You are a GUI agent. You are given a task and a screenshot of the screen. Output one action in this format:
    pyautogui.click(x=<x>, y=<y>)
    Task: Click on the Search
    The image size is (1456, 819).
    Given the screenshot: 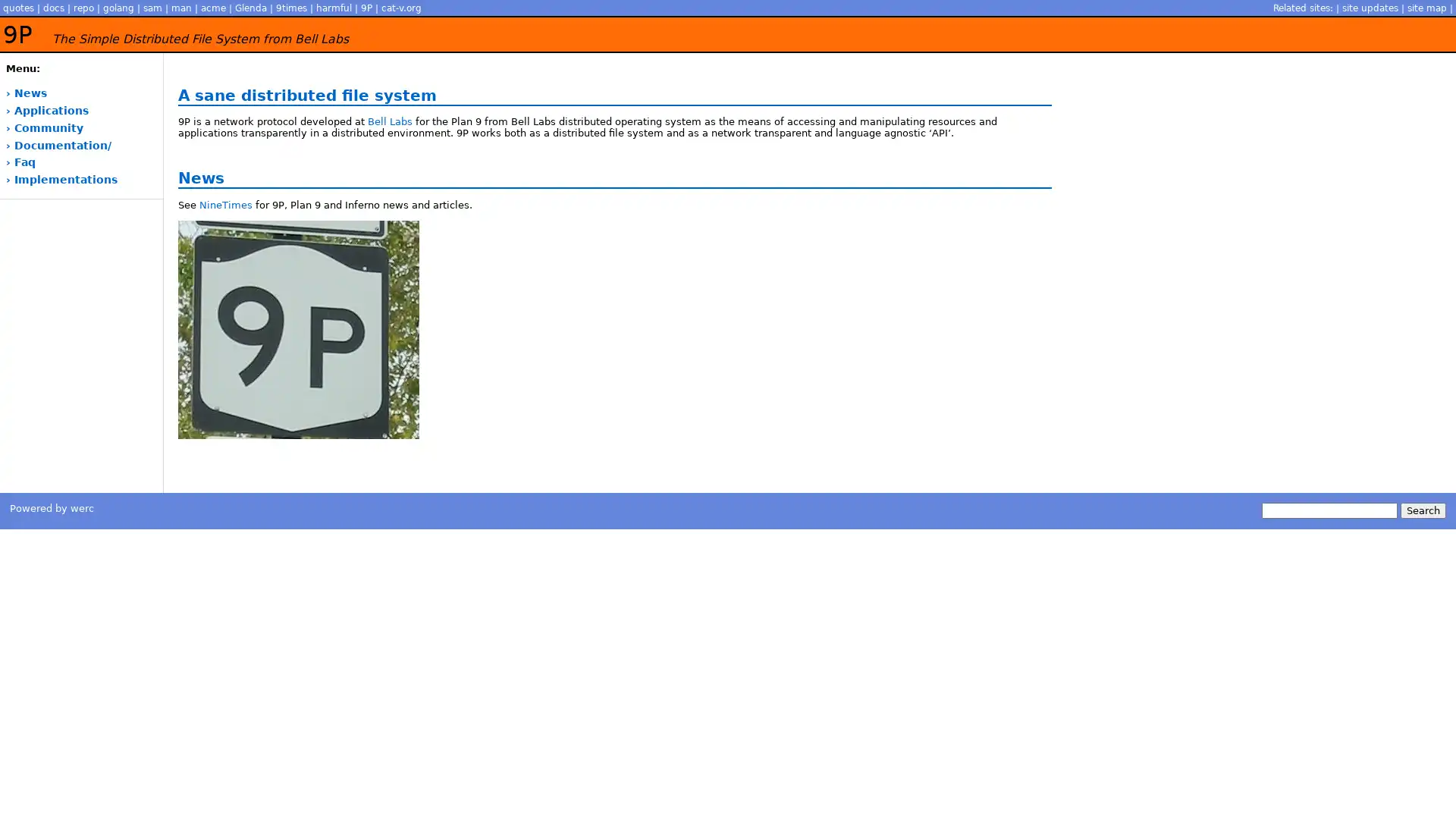 What is the action you would take?
    pyautogui.click(x=1422, y=510)
    